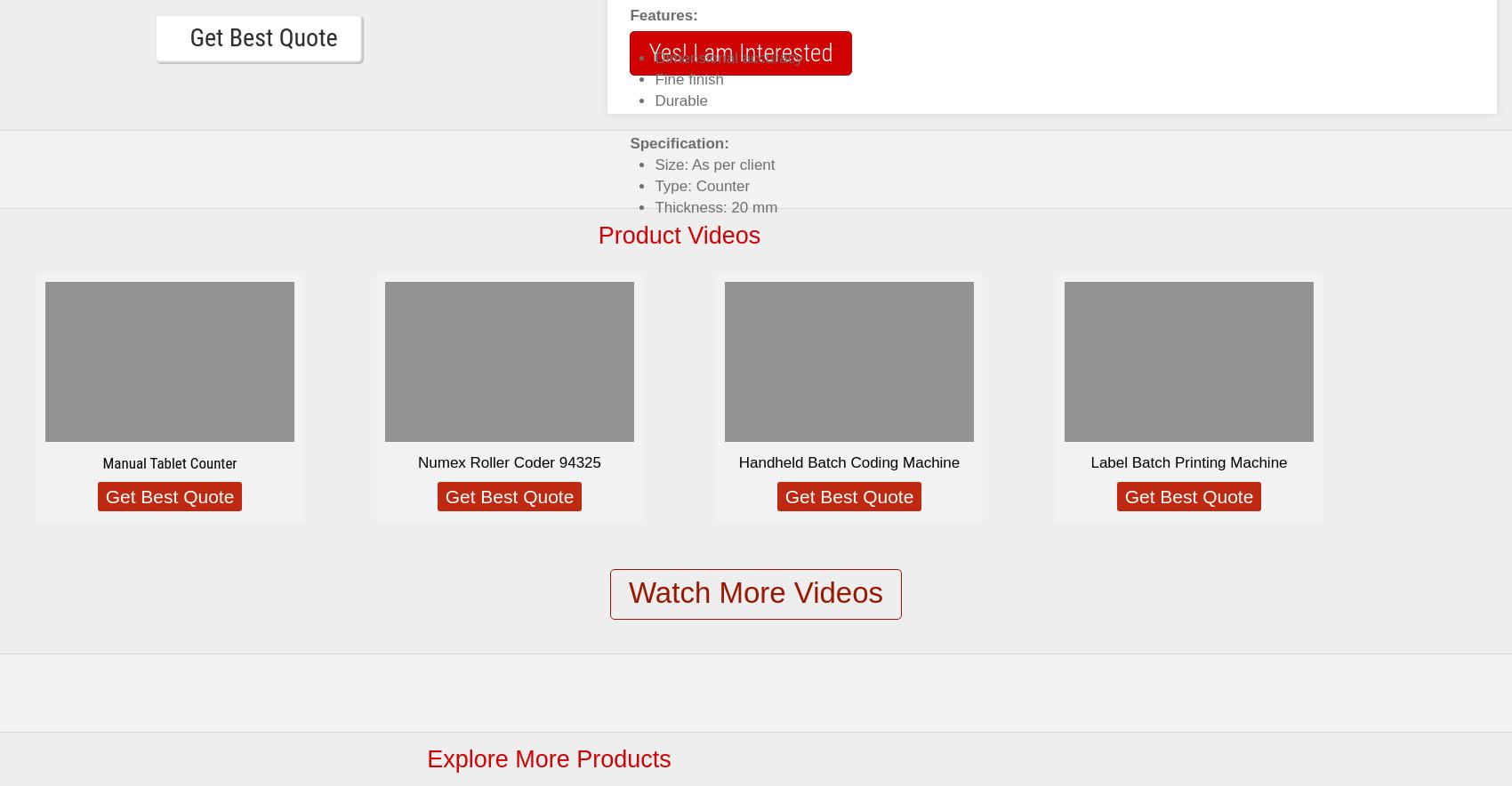  Describe the element at coordinates (848, 462) in the screenshot. I see `'Handheld Batch Coding Machine'` at that location.